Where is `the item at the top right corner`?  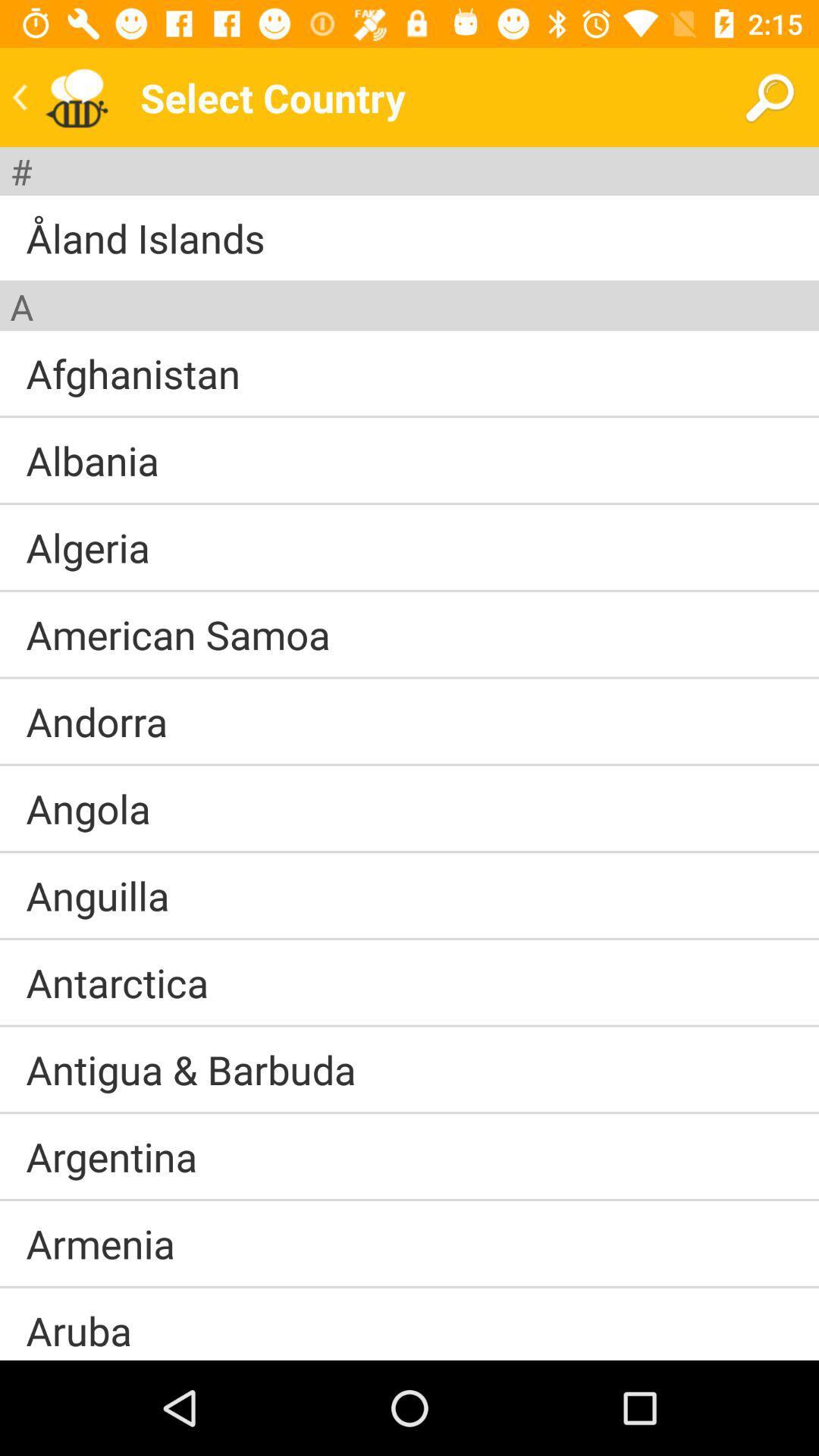 the item at the top right corner is located at coordinates (769, 96).